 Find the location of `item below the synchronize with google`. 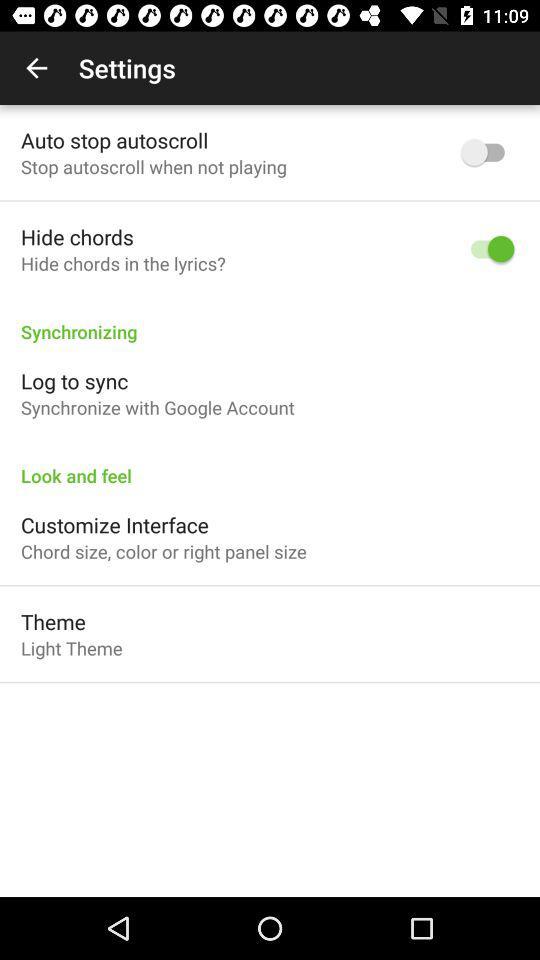

item below the synchronize with google is located at coordinates (270, 465).